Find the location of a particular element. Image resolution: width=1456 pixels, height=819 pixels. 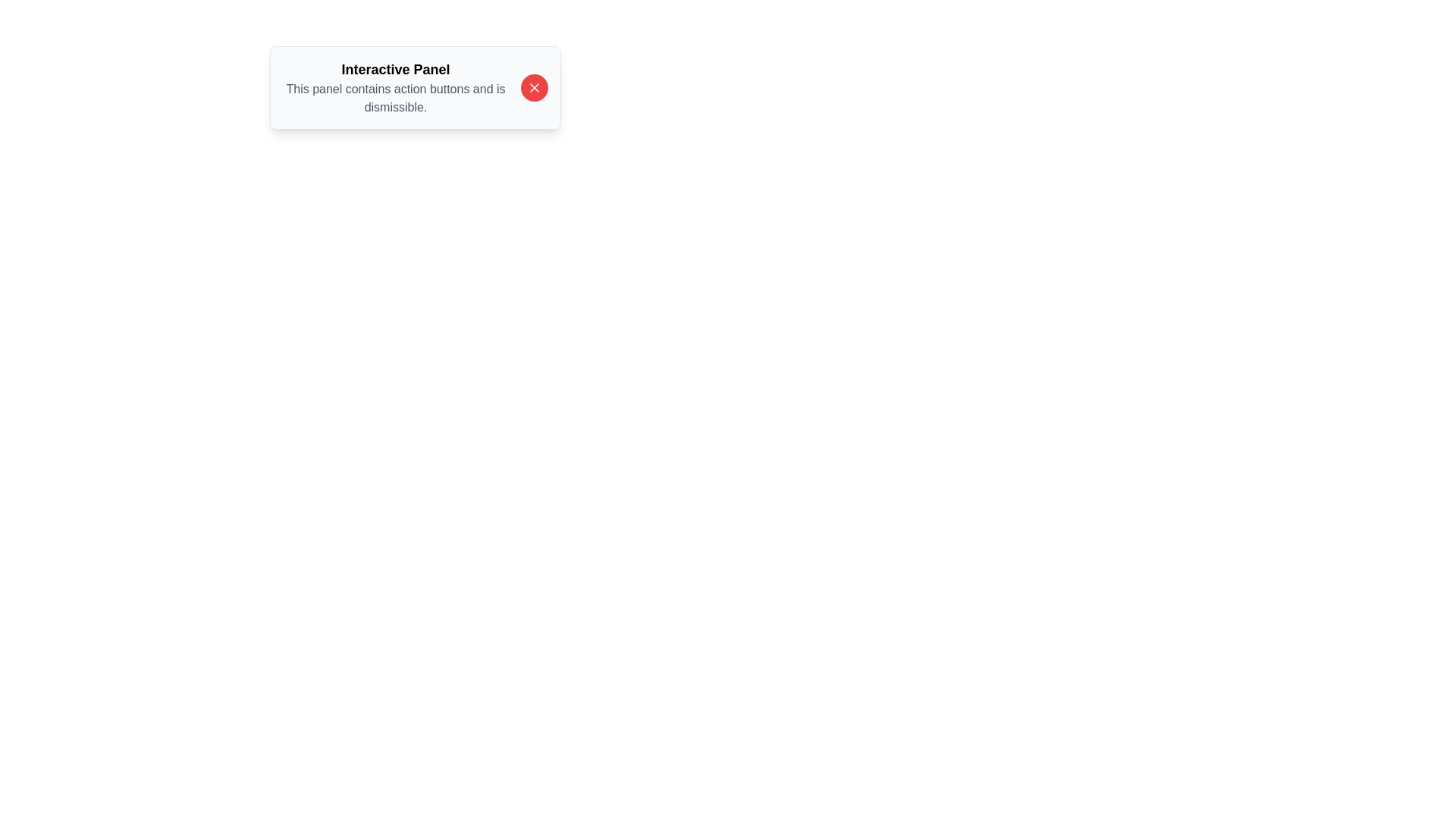

the close icon within the red circular button on the right side of the white panel is located at coordinates (535, 87).